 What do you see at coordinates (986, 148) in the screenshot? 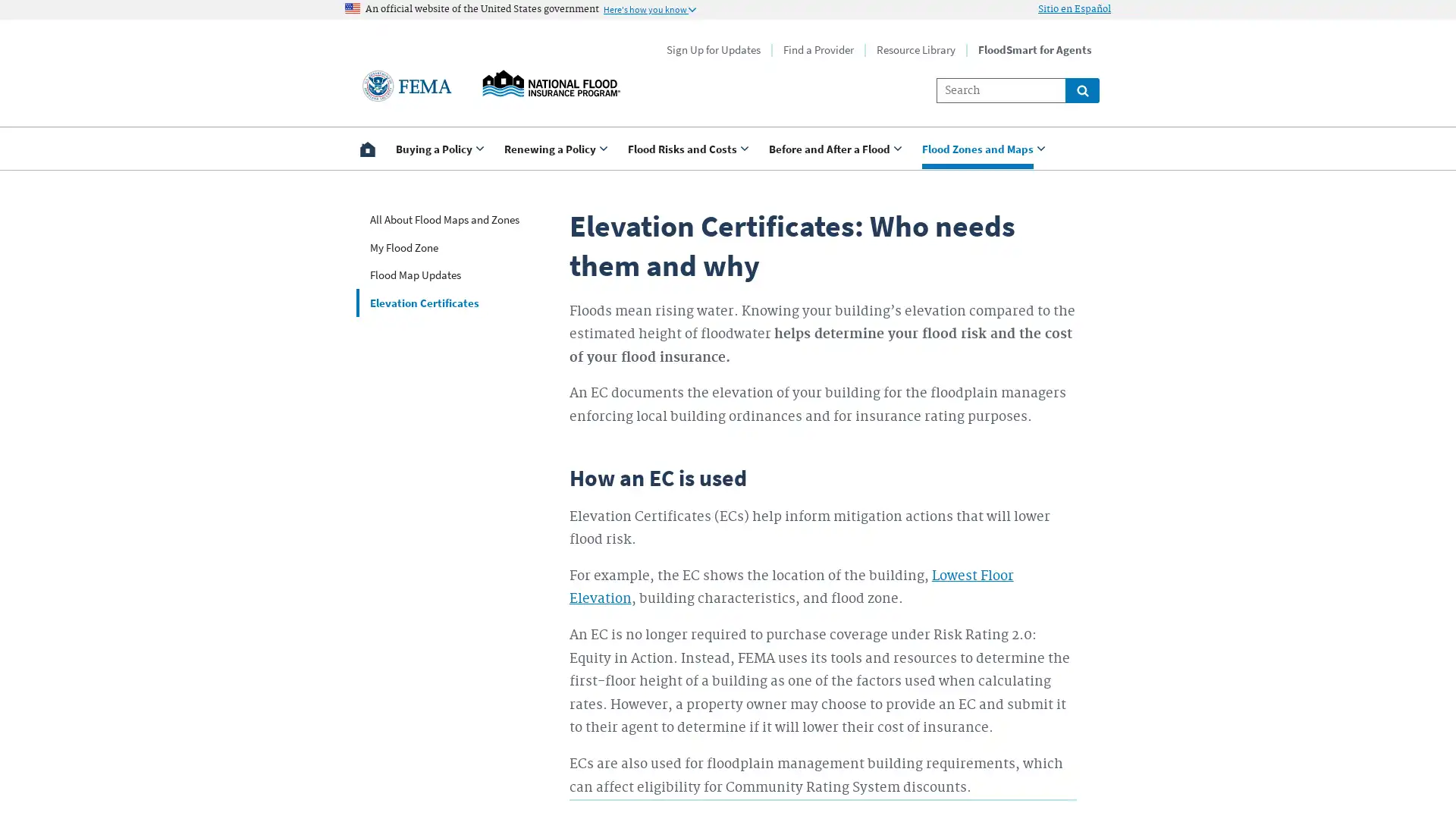
I see `Use <enter> and shift + <enter> to open and close the drop down to sub-menus` at bounding box center [986, 148].